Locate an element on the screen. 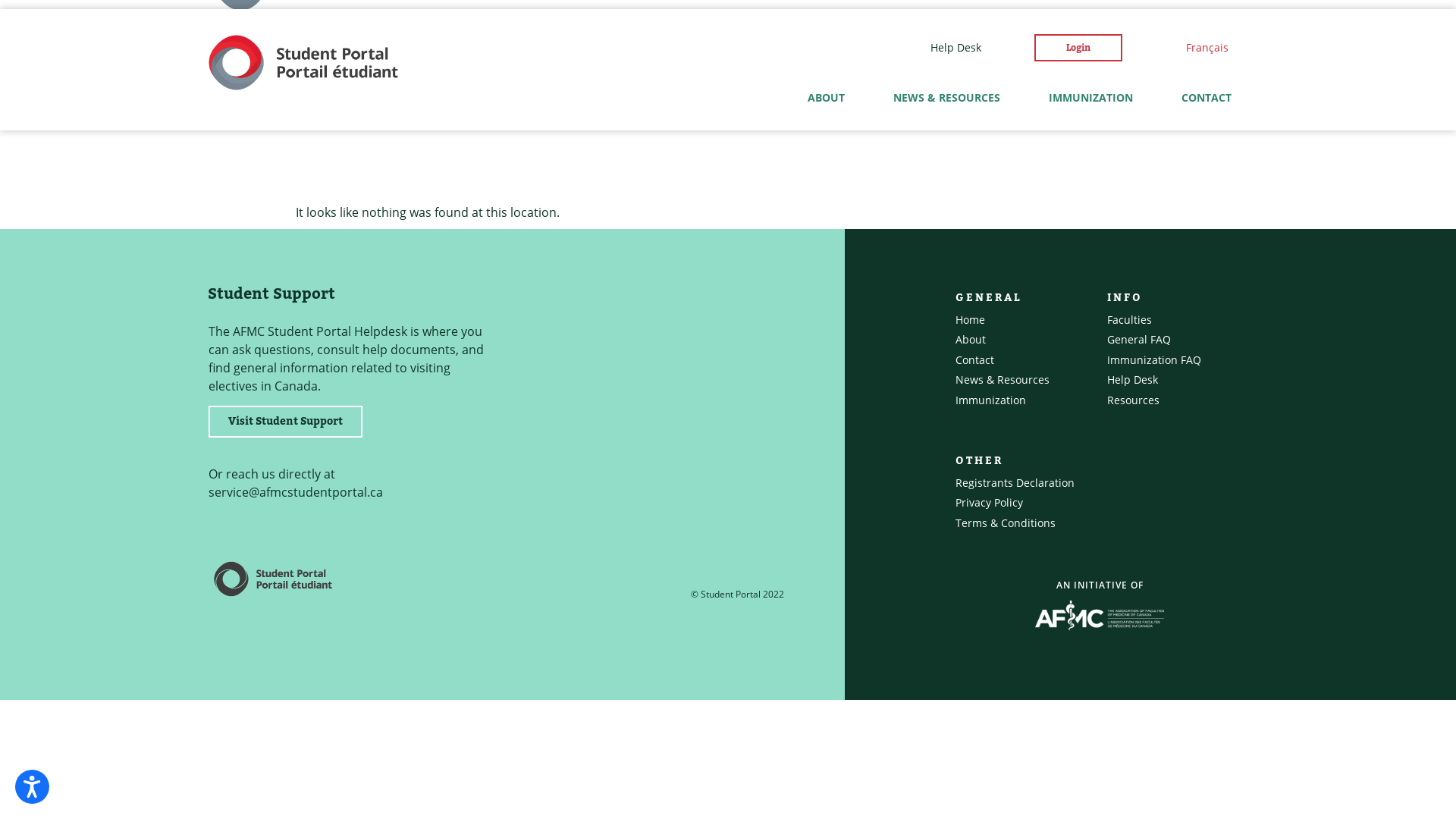  'Help Desk' is located at coordinates (912, 46).